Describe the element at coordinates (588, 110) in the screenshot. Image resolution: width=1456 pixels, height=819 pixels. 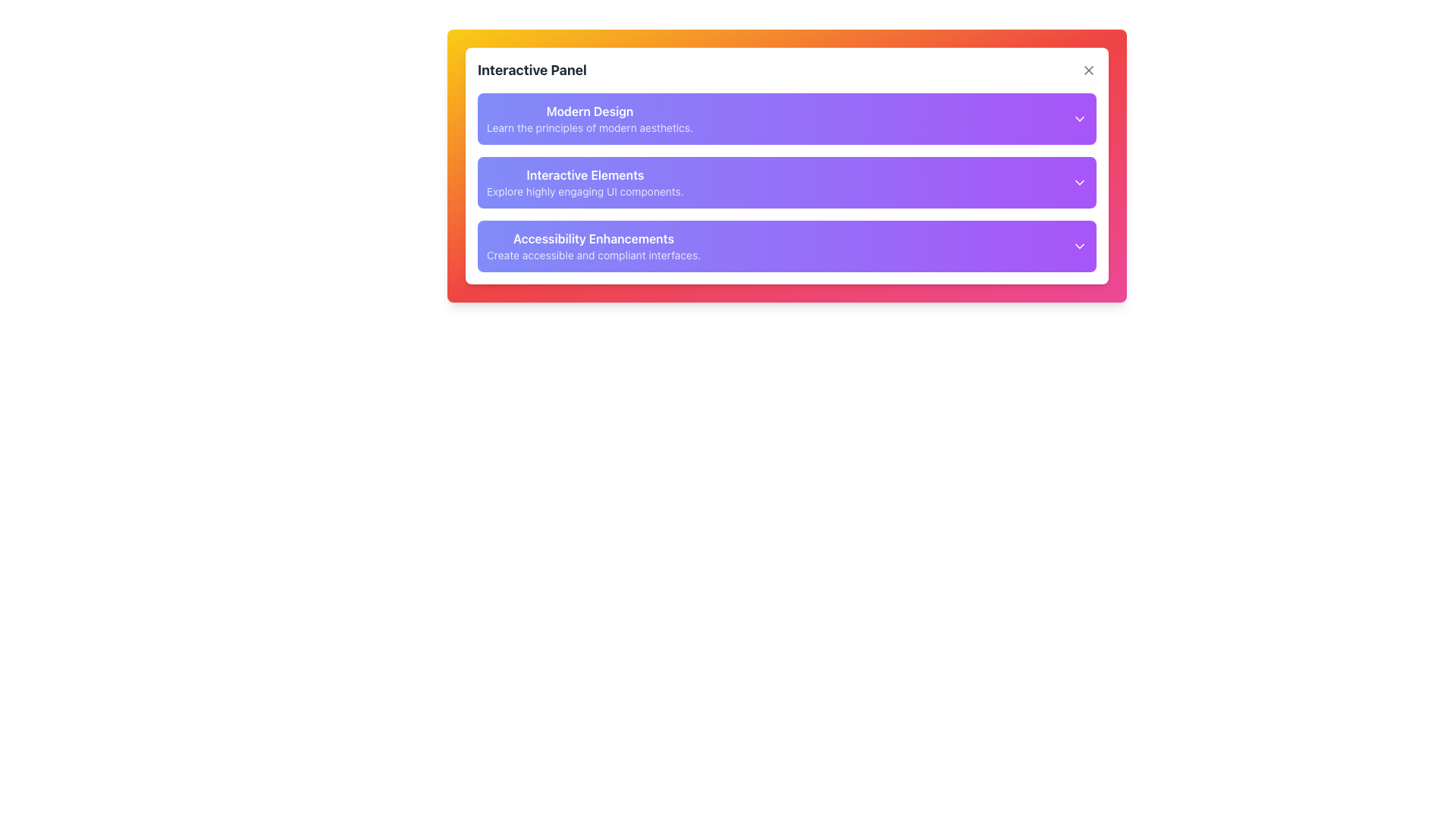
I see `the Text Label displaying 'Modern Design' which is prominently positioned at the top of the 'Interactive Panel'` at that location.